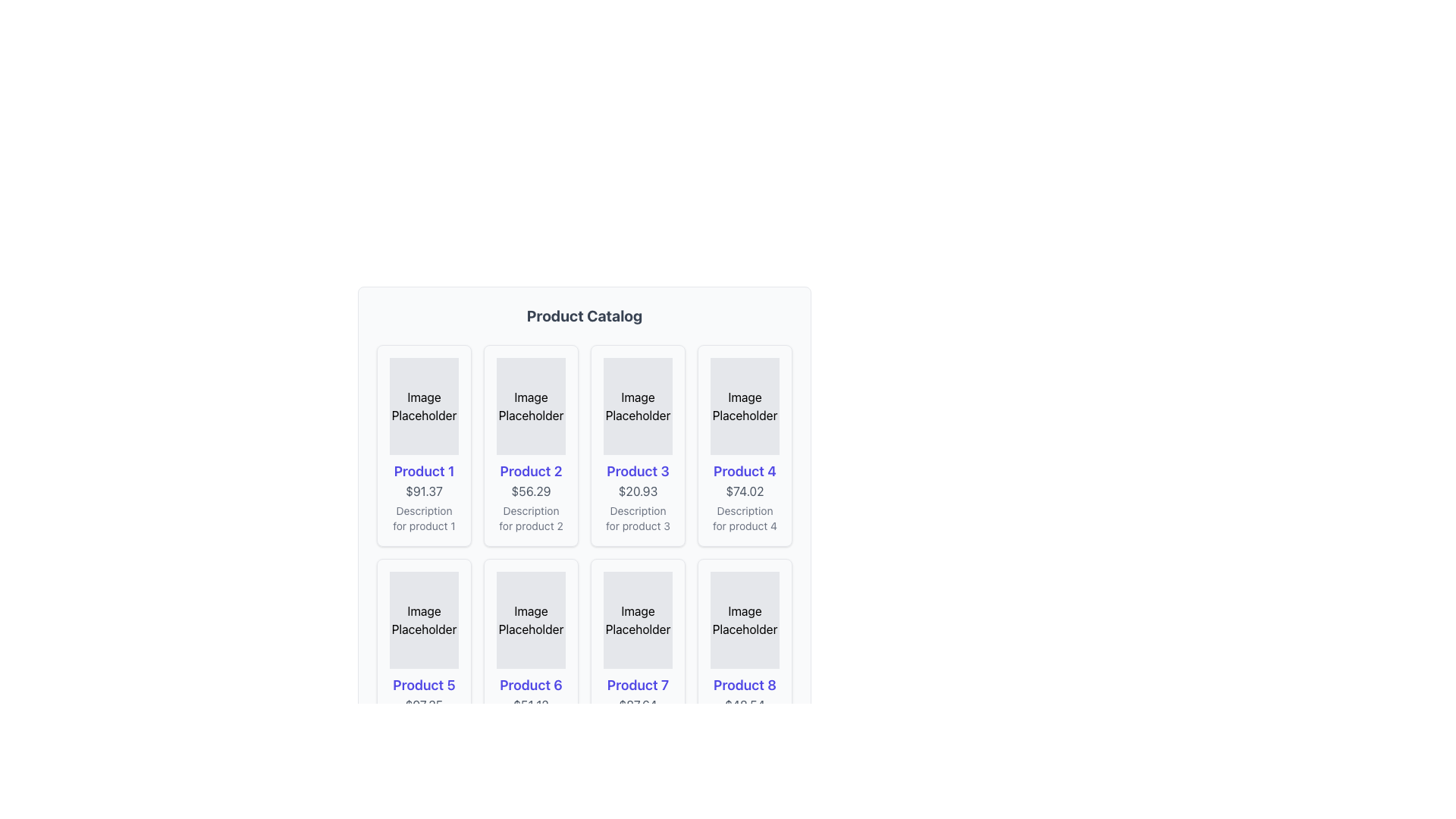  What do you see at coordinates (424, 406) in the screenshot?
I see `the first placeholder image box with a gray background and the text 'Image Placeholder' under the 'Product Catalog' heading` at bounding box center [424, 406].